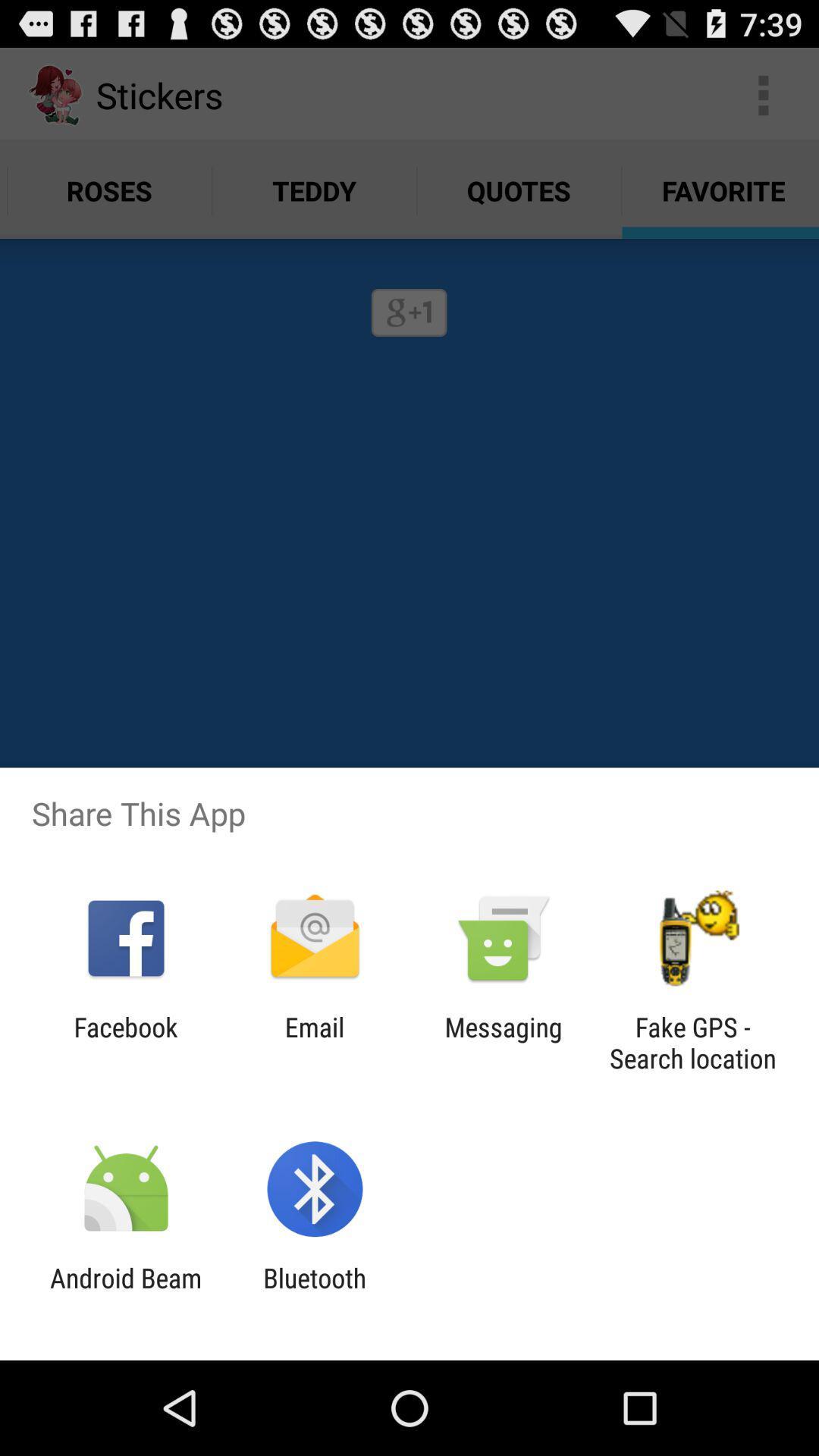 The width and height of the screenshot is (819, 1456). What do you see at coordinates (504, 1042) in the screenshot?
I see `the item to the left of fake gps search item` at bounding box center [504, 1042].